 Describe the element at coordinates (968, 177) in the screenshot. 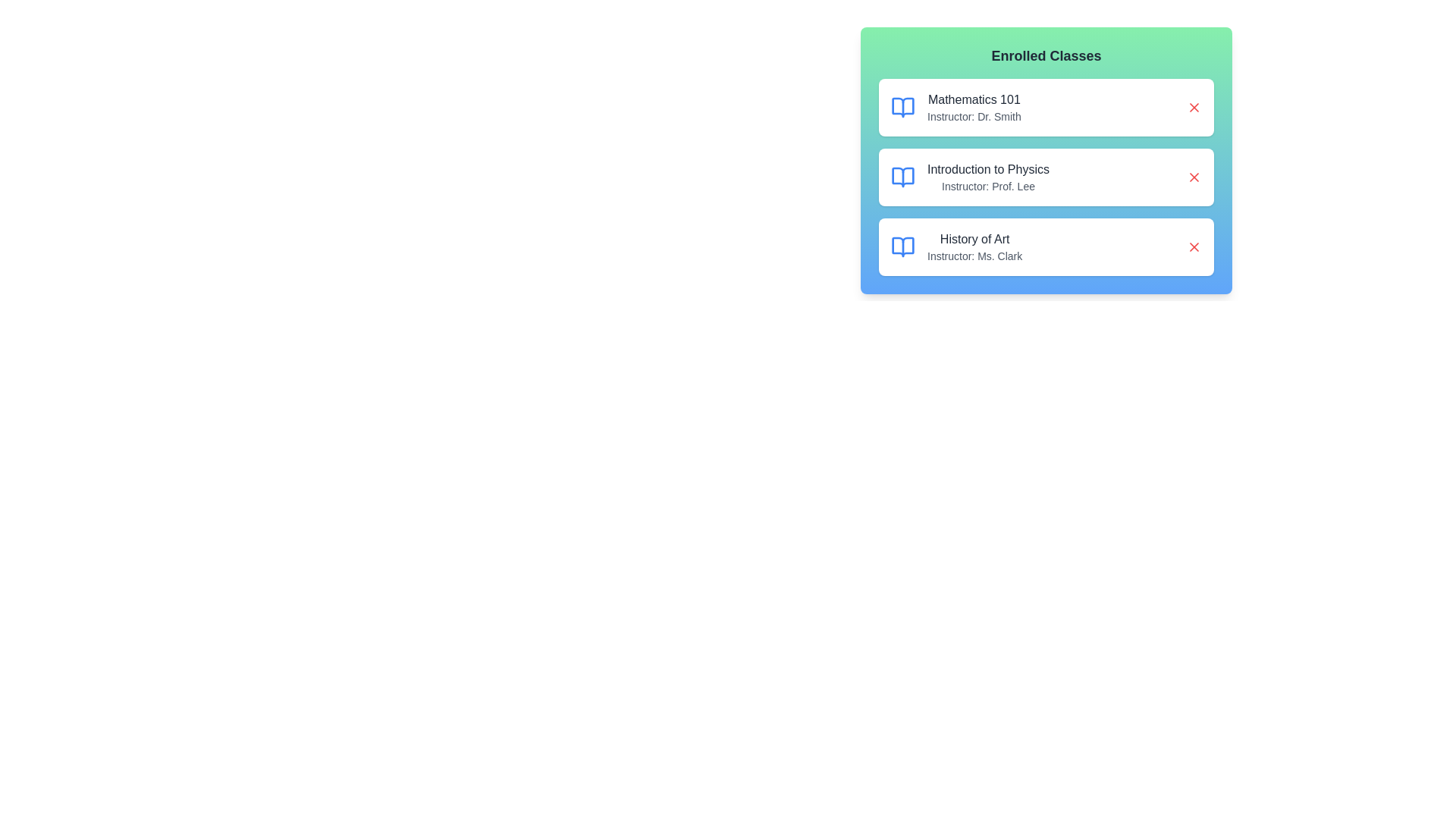

I see `the instructor information for the class Introduction to Physics` at that location.